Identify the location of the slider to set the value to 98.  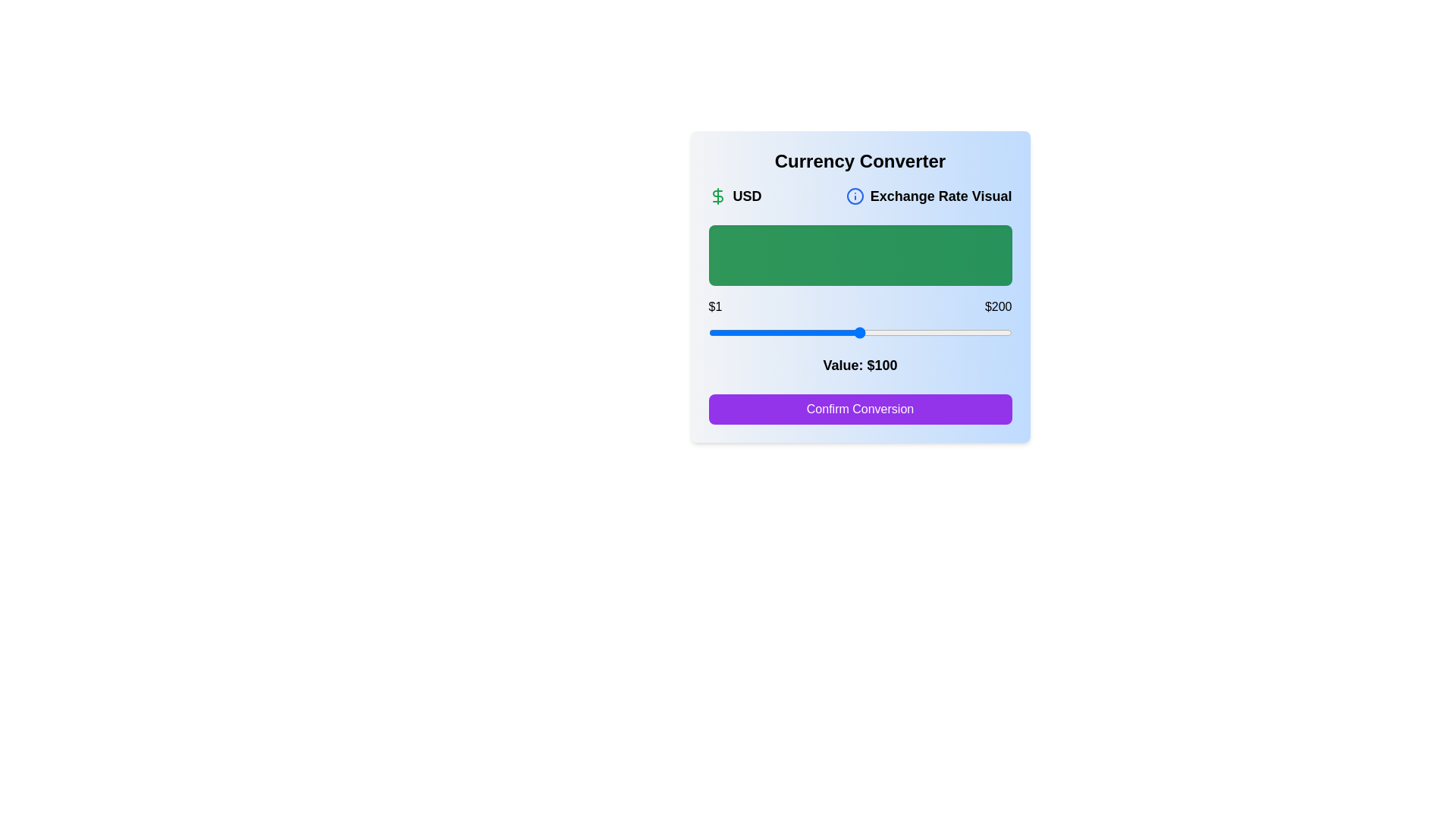
(856, 332).